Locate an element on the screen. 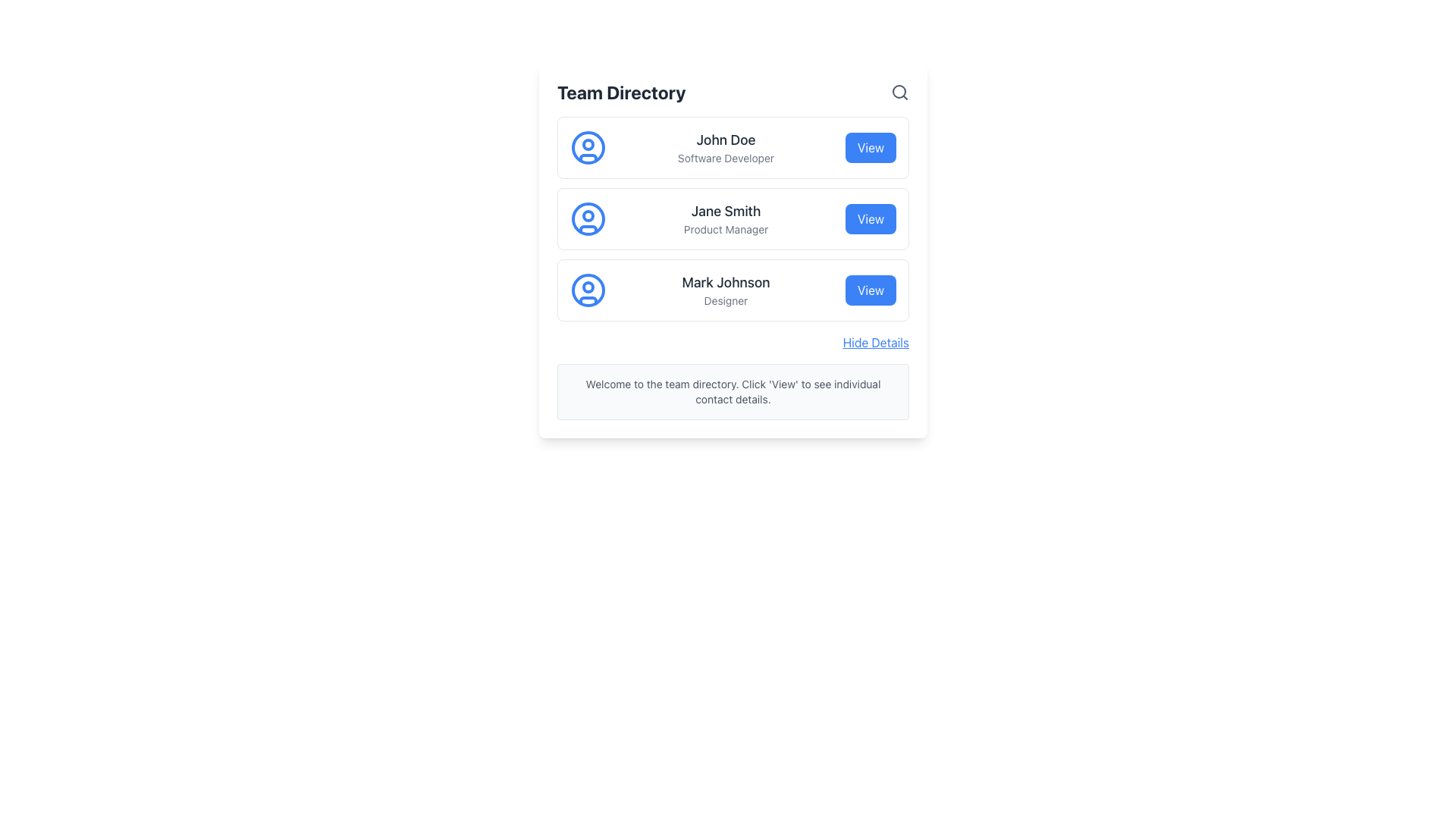 The height and width of the screenshot is (819, 1456). the text block that displays the name and professional role of a user profile, located to the right of the blue circular user icon and to the left of the 'View' button in the topmost card of the 'Team Directory' is located at coordinates (725, 148).